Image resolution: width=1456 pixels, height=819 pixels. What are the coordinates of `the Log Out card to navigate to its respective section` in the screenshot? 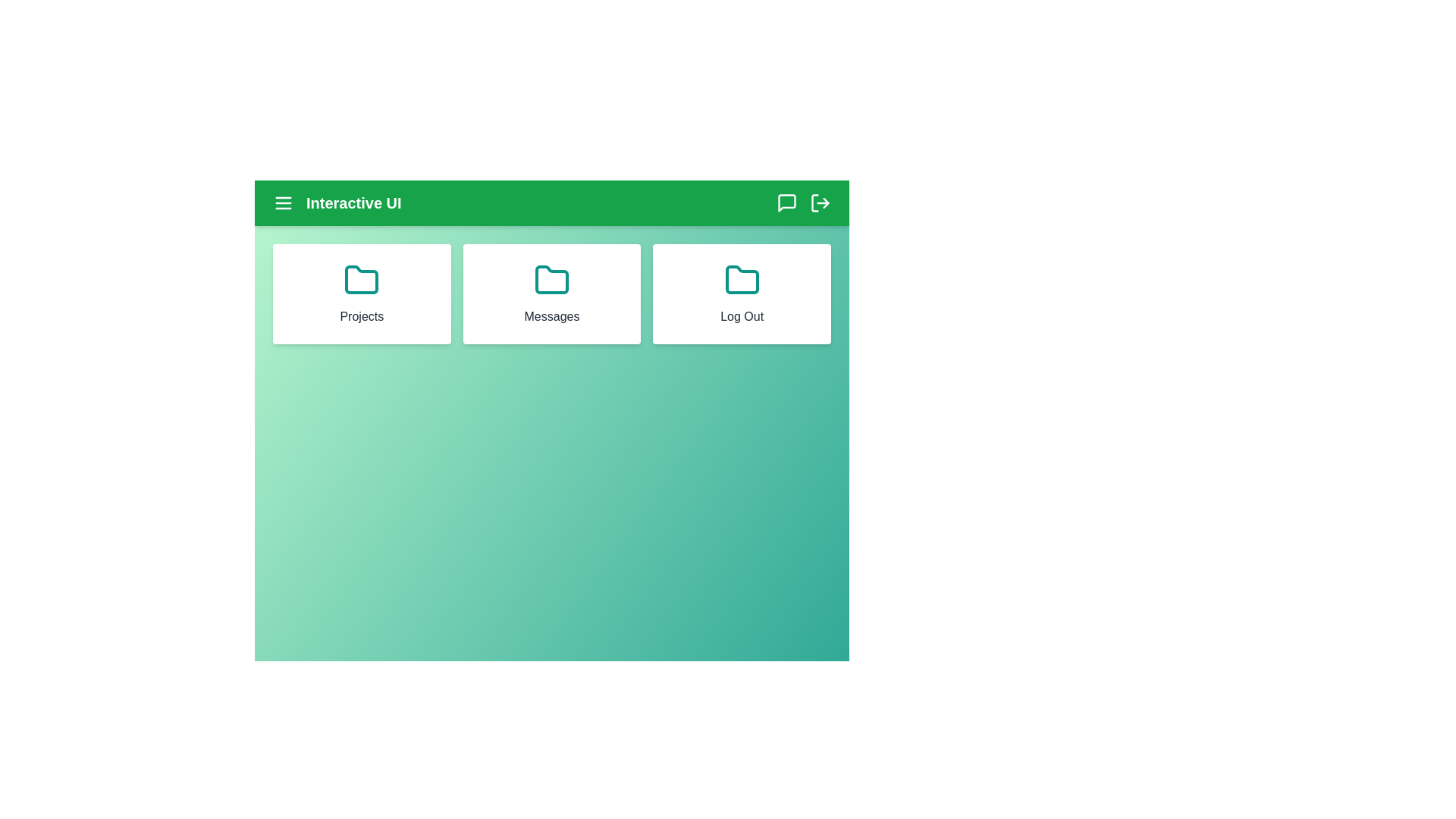 It's located at (742, 294).